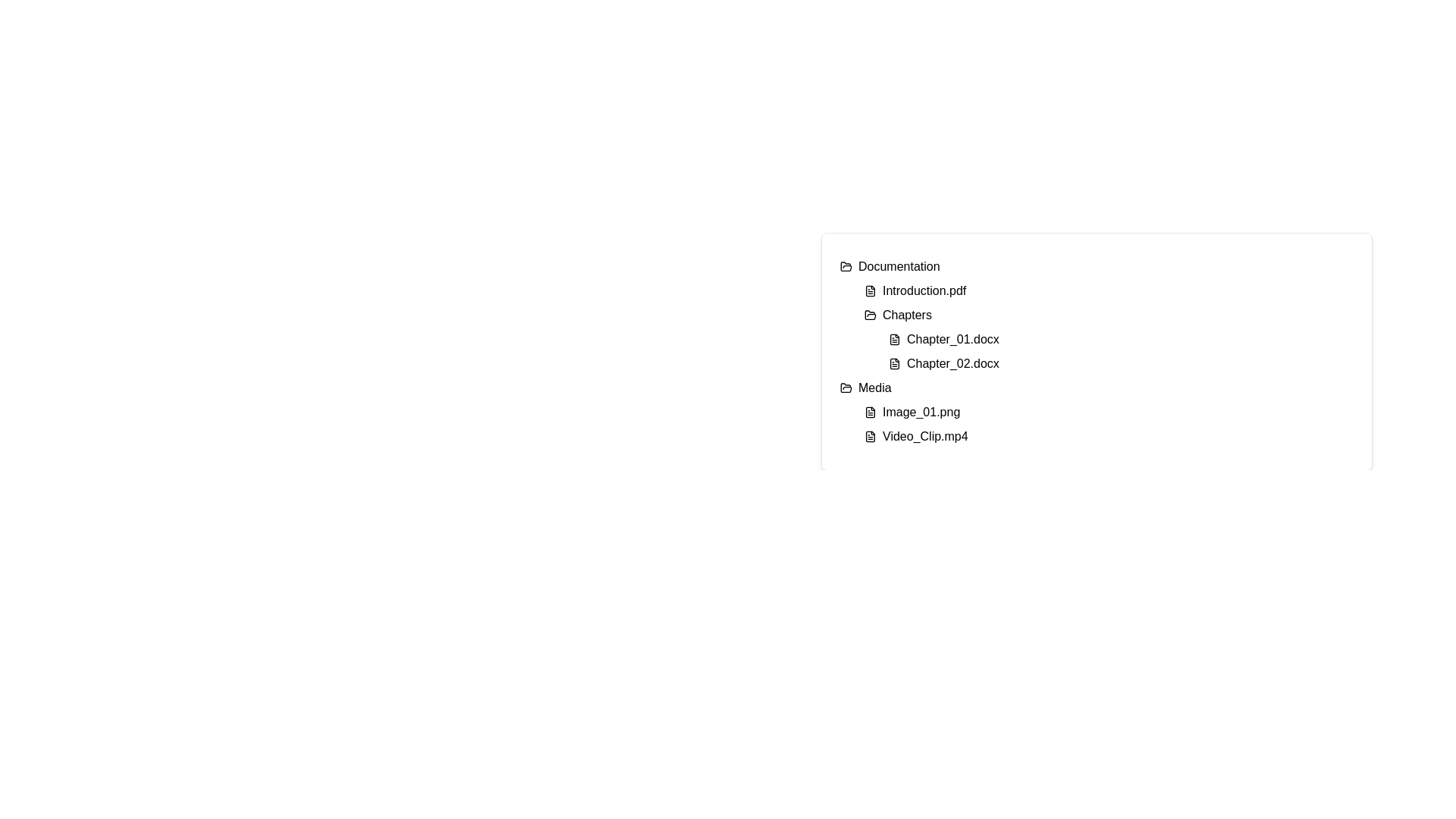 The width and height of the screenshot is (1456, 819). Describe the element at coordinates (874, 388) in the screenshot. I see `the 'Media' folder label in the file tree, which helps users identify this particular folder` at that location.